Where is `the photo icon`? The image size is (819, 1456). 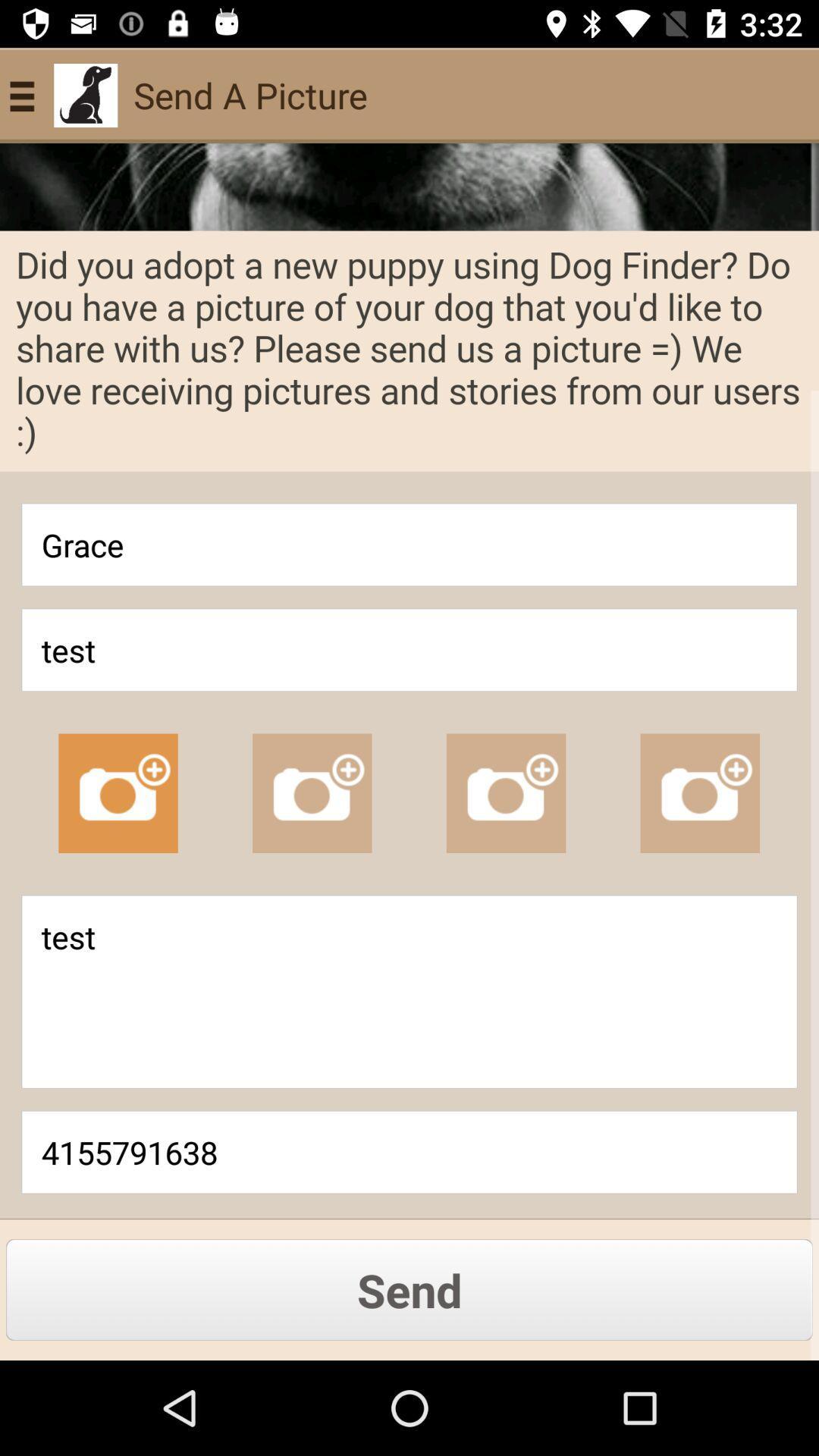
the photo icon is located at coordinates (311, 792).